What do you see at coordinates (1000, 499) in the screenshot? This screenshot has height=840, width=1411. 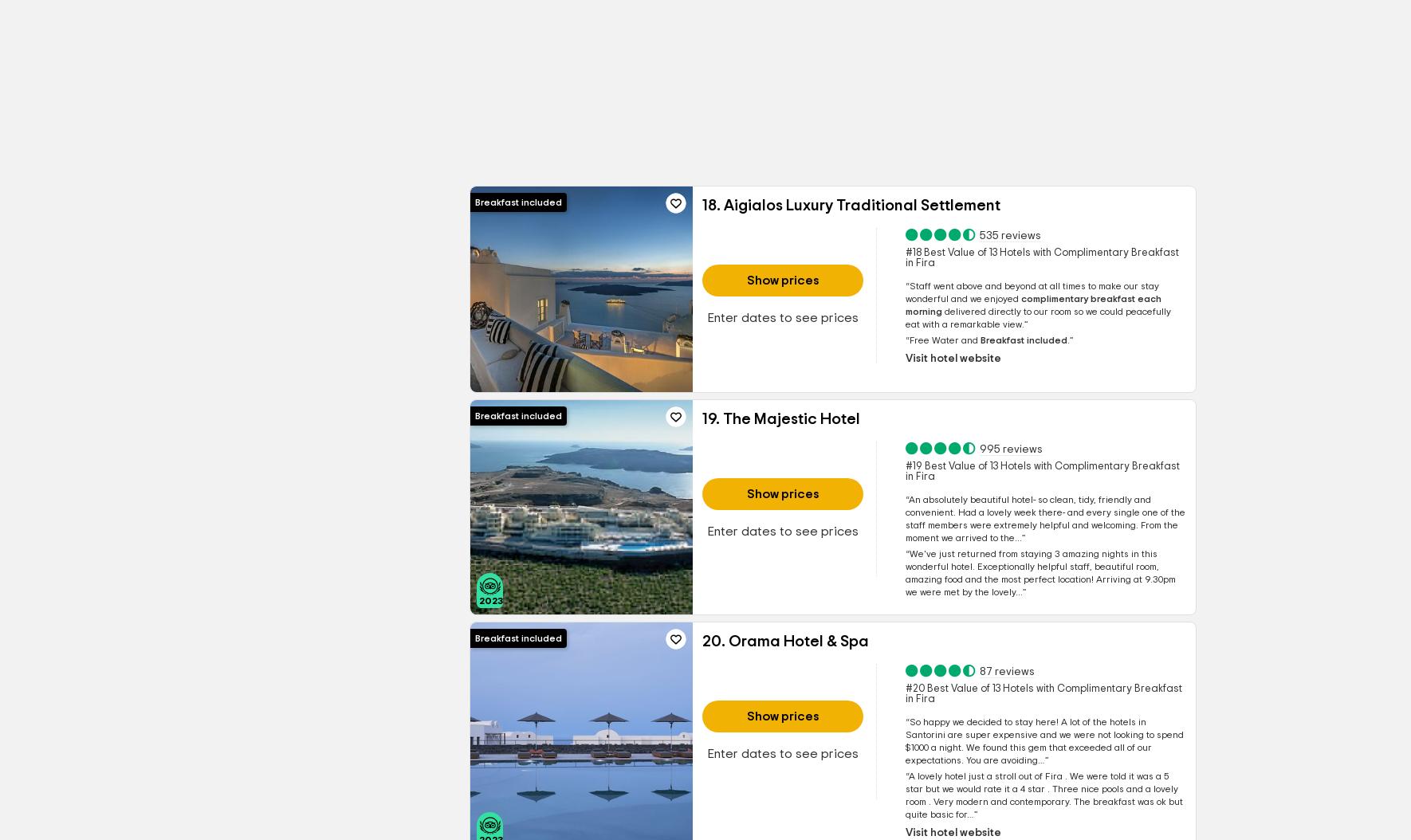 I see `'An absolutely beautiful hotel- so clean, tidy,'` at bounding box center [1000, 499].